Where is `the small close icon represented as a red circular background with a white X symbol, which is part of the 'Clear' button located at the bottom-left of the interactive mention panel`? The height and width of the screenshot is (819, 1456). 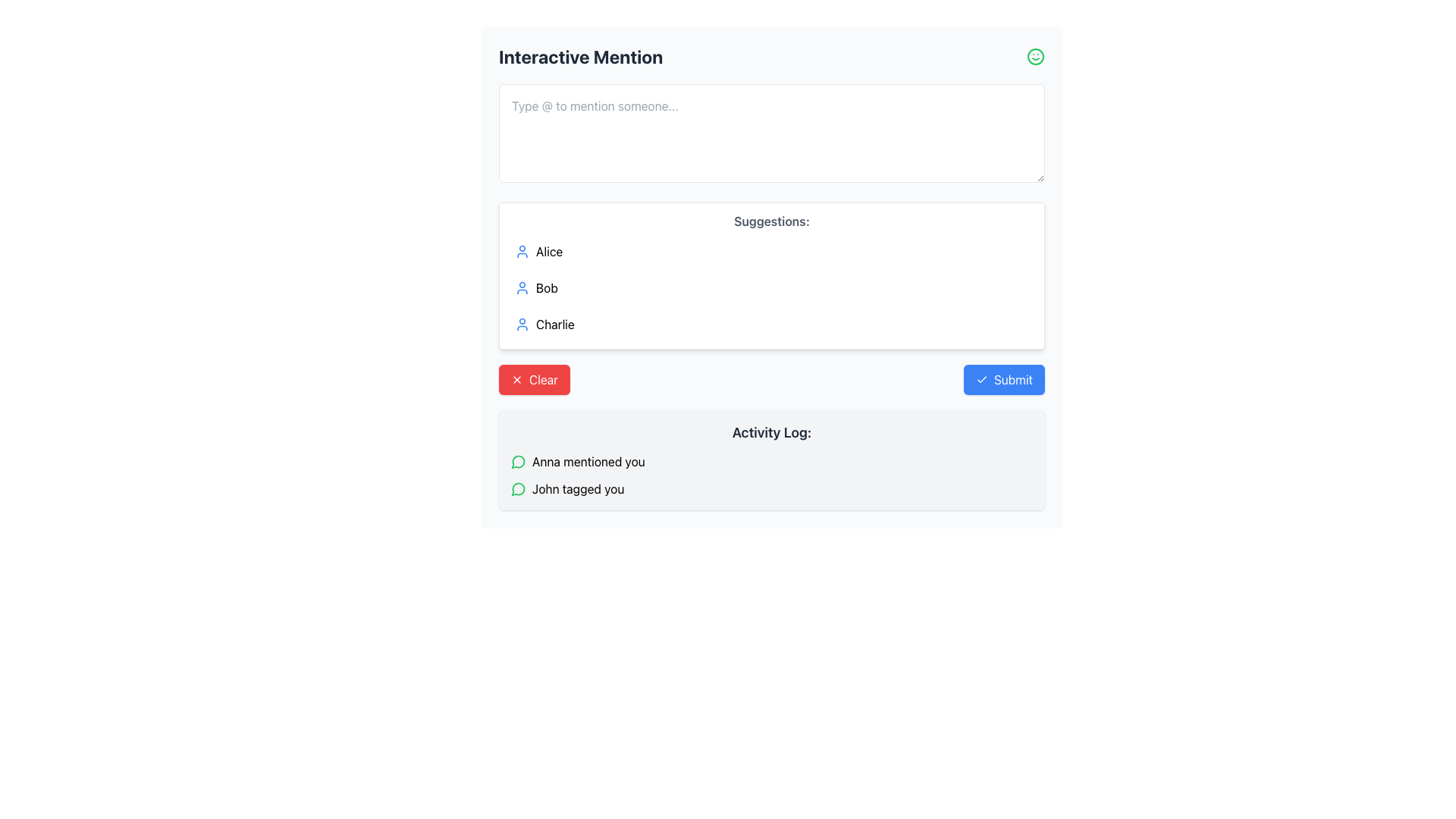 the small close icon represented as a red circular background with a white X symbol, which is part of the 'Clear' button located at the bottom-left of the interactive mention panel is located at coordinates (516, 379).